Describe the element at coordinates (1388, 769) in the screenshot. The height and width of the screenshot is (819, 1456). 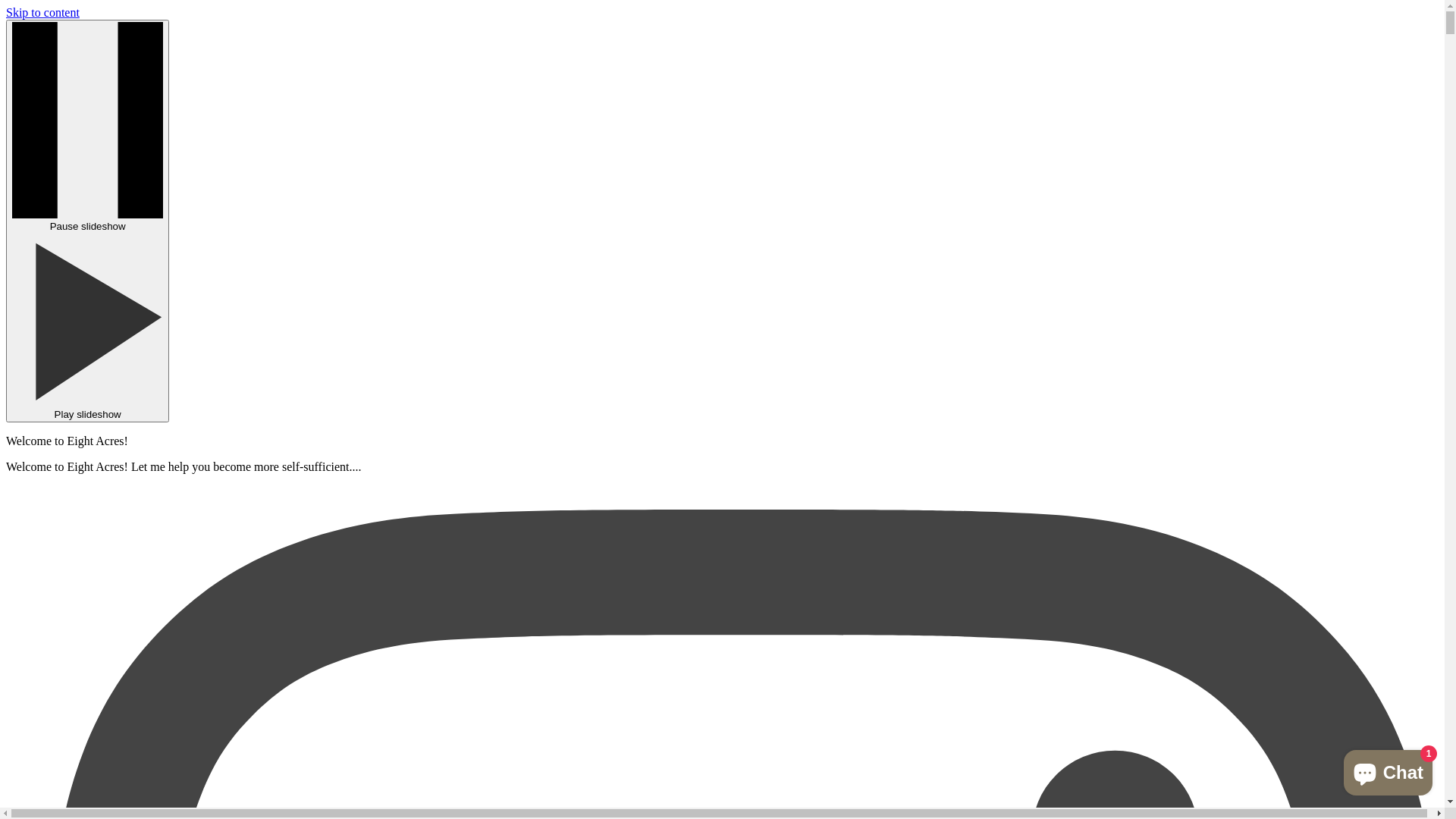
I see `'Shopify online store chat'` at that location.